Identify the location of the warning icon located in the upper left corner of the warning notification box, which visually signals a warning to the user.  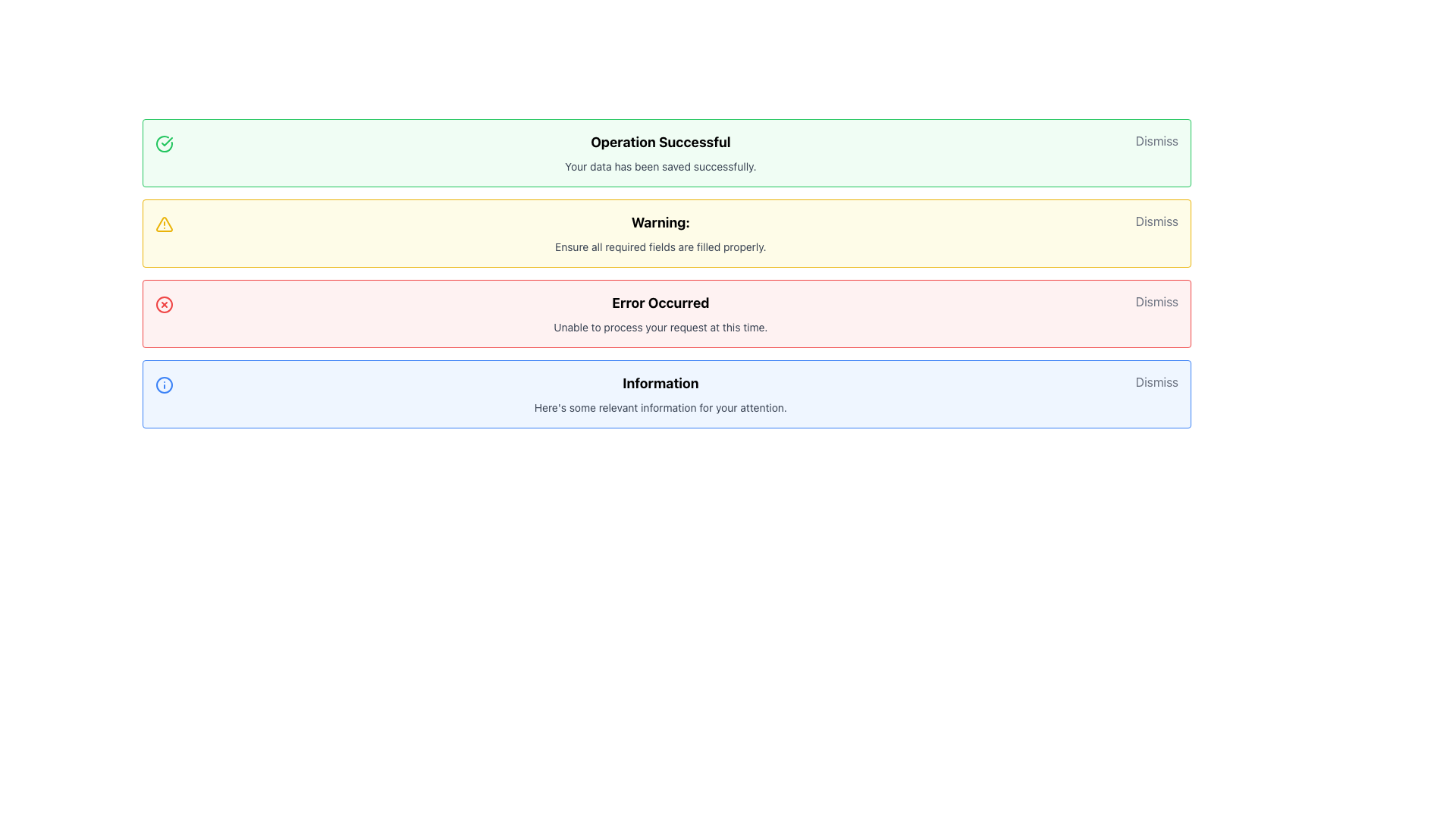
(164, 224).